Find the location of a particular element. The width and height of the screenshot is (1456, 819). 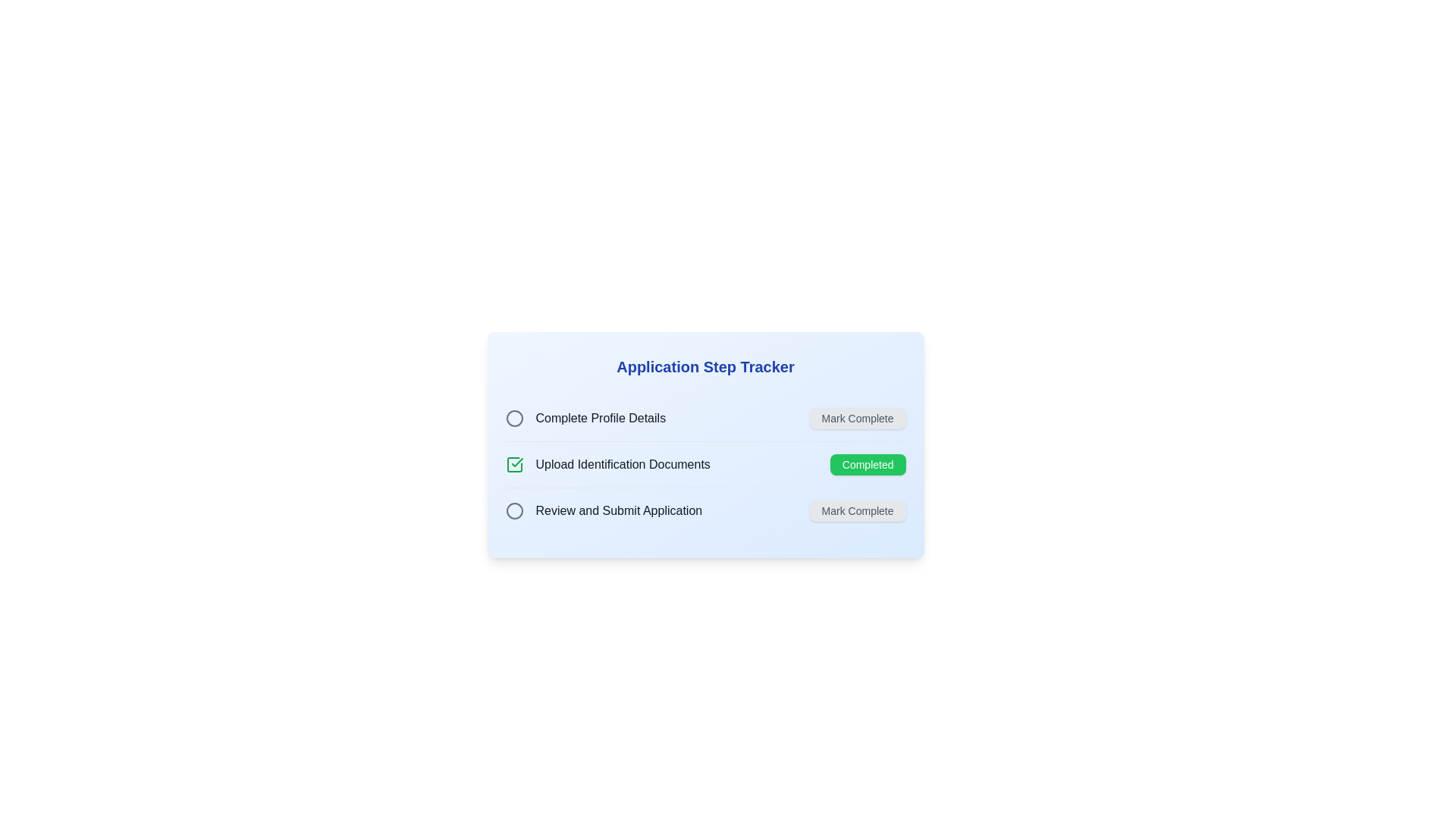

the Indicator icon, which is the first component in its row, located to the left of the text 'Review and Submit Application' in the Application Step Tracker is located at coordinates (514, 511).